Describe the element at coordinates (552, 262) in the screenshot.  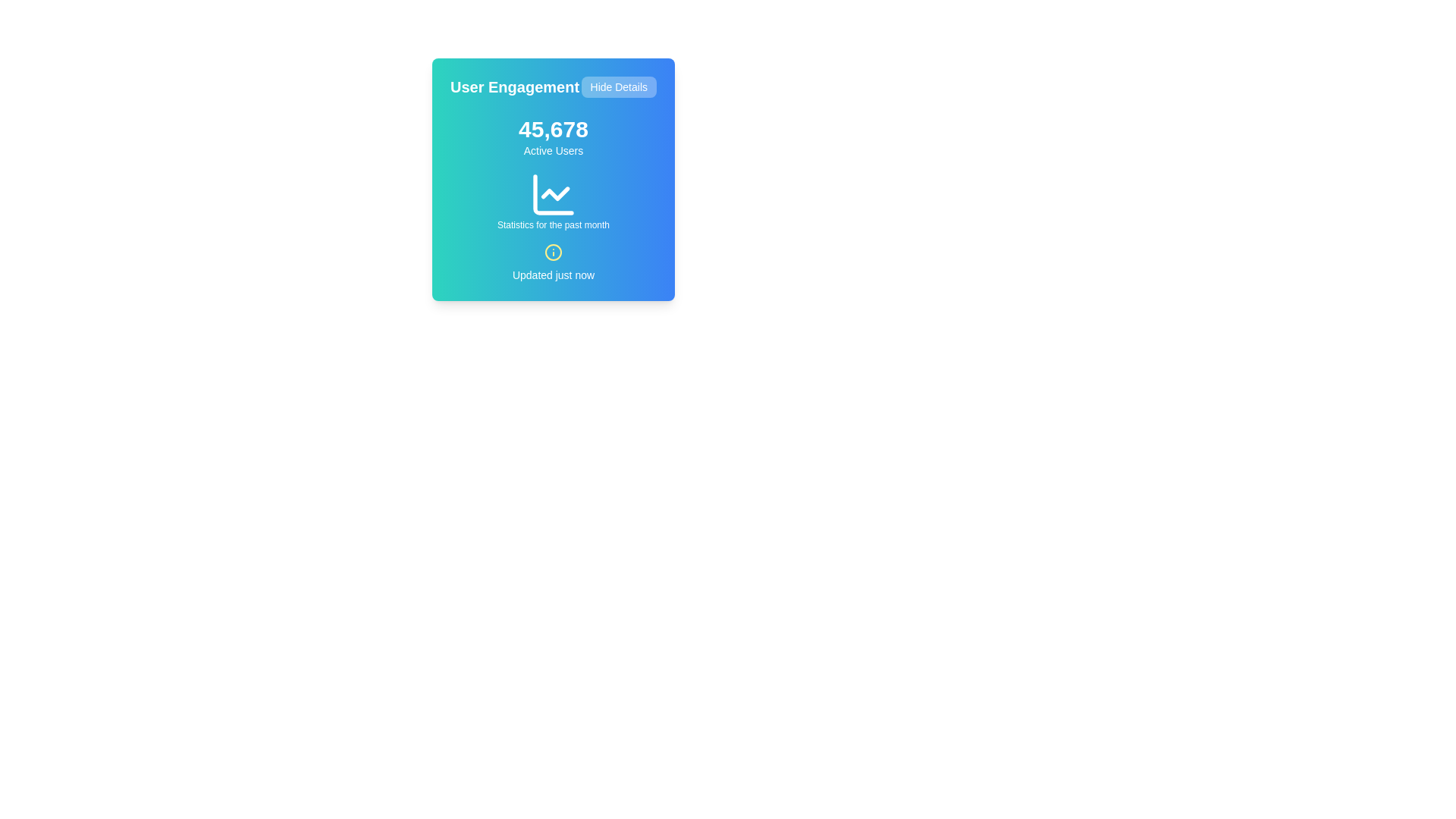
I see `the informative label located at the bottom of the 'User Engagement' card, directly below 'Statistics for the past month' and centered within the card` at that location.